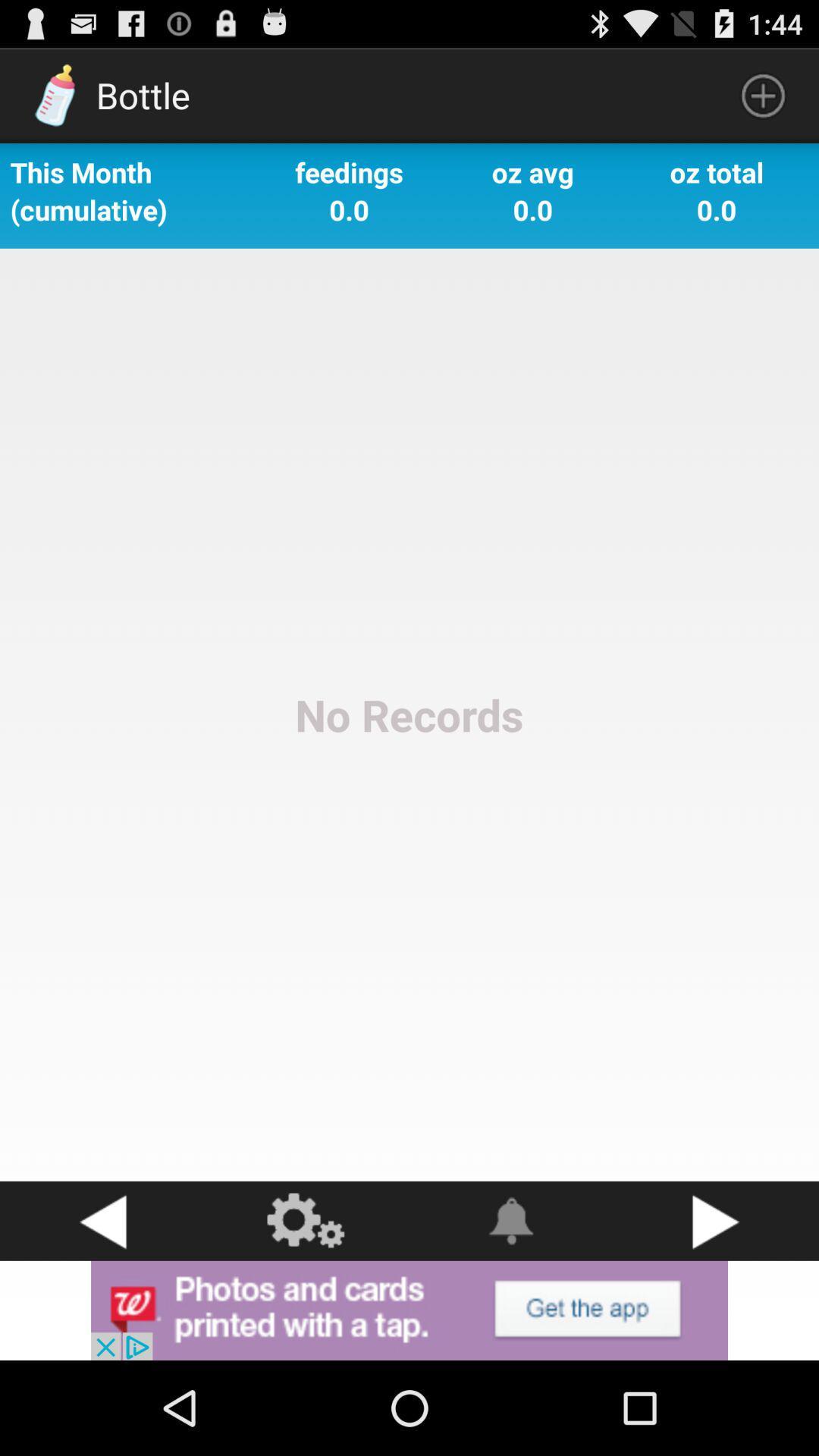 The width and height of the screenshot is (819, 1456). Describe the element at coordinates (512, 1221) in the screenshot. I see `swtich autoplay option` at that location.